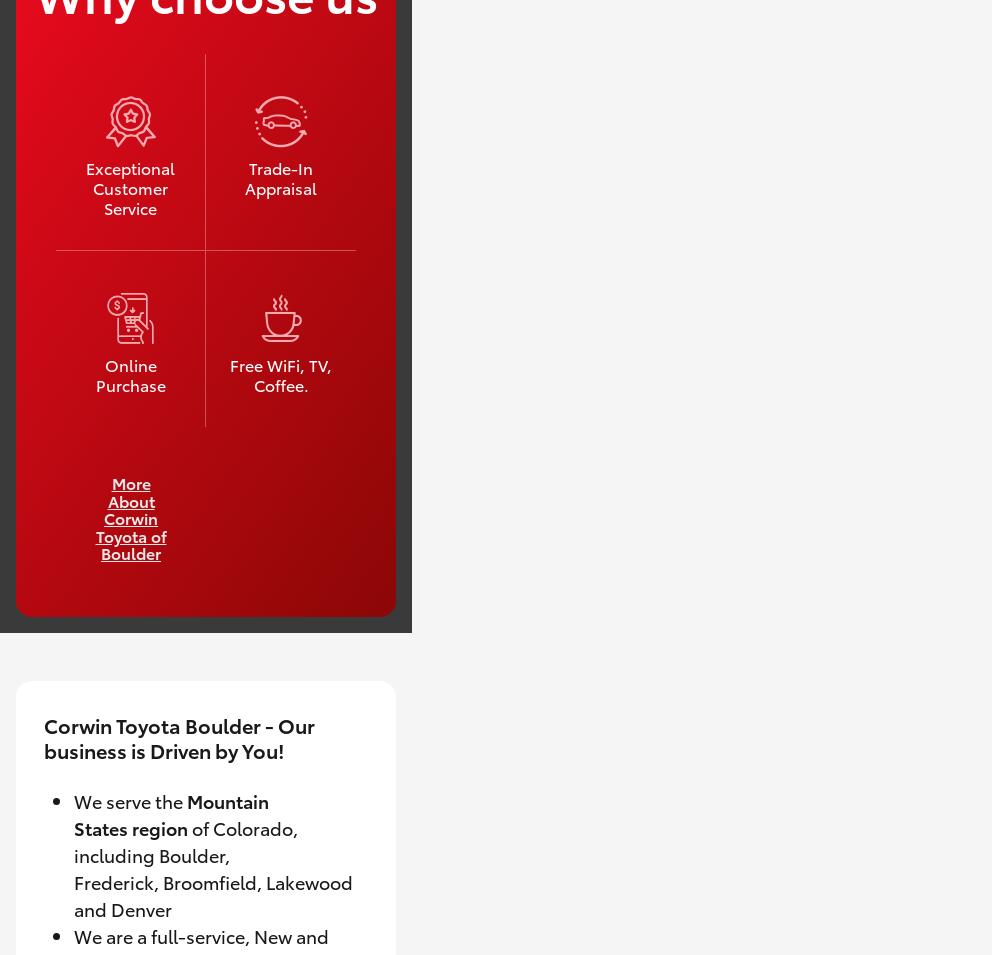  I want to click on 'of Colorado, including Boulder, Frederick,', so click(185, 854).